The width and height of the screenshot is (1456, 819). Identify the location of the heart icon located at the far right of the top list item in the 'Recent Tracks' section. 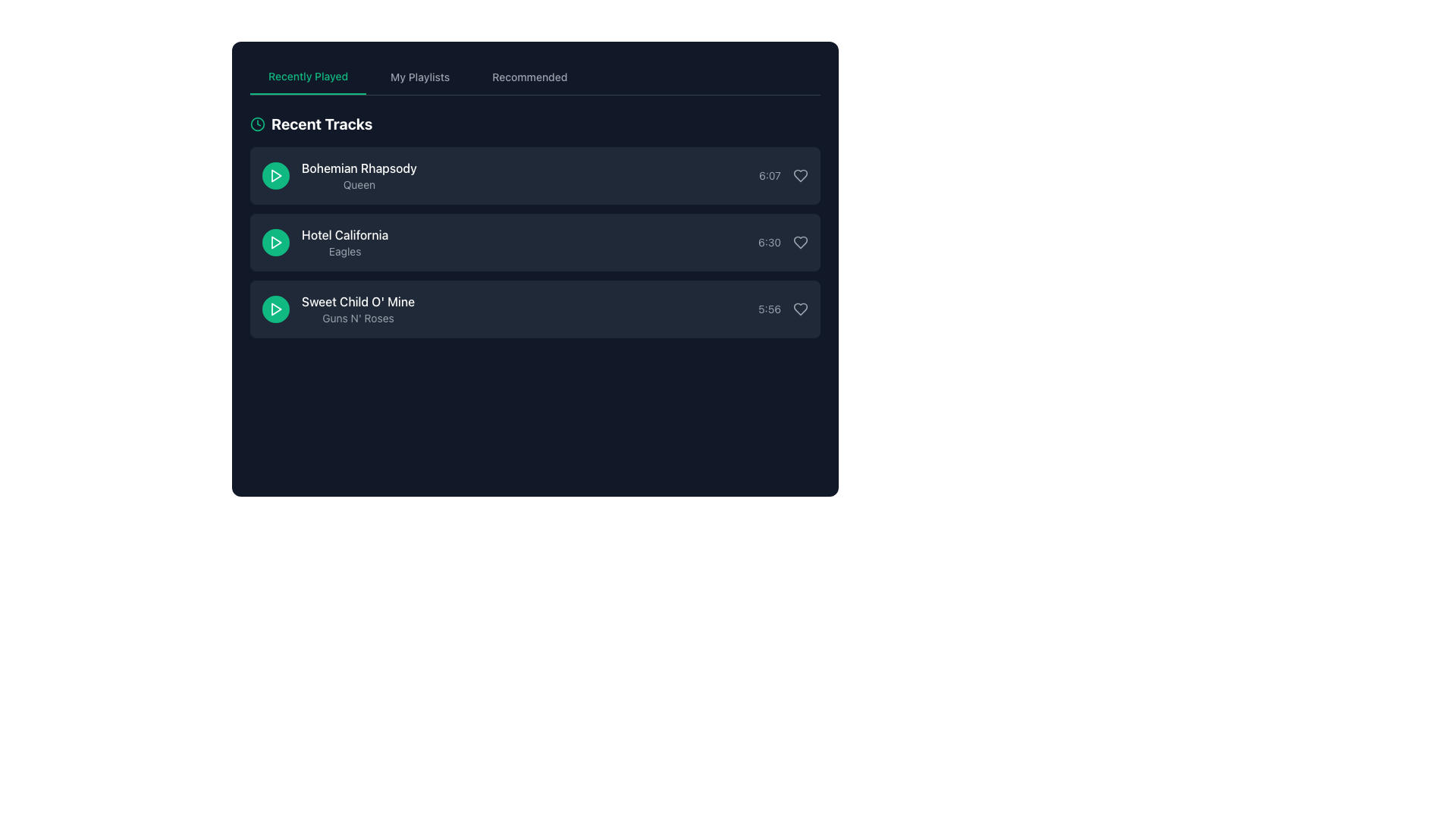
(800, 174).